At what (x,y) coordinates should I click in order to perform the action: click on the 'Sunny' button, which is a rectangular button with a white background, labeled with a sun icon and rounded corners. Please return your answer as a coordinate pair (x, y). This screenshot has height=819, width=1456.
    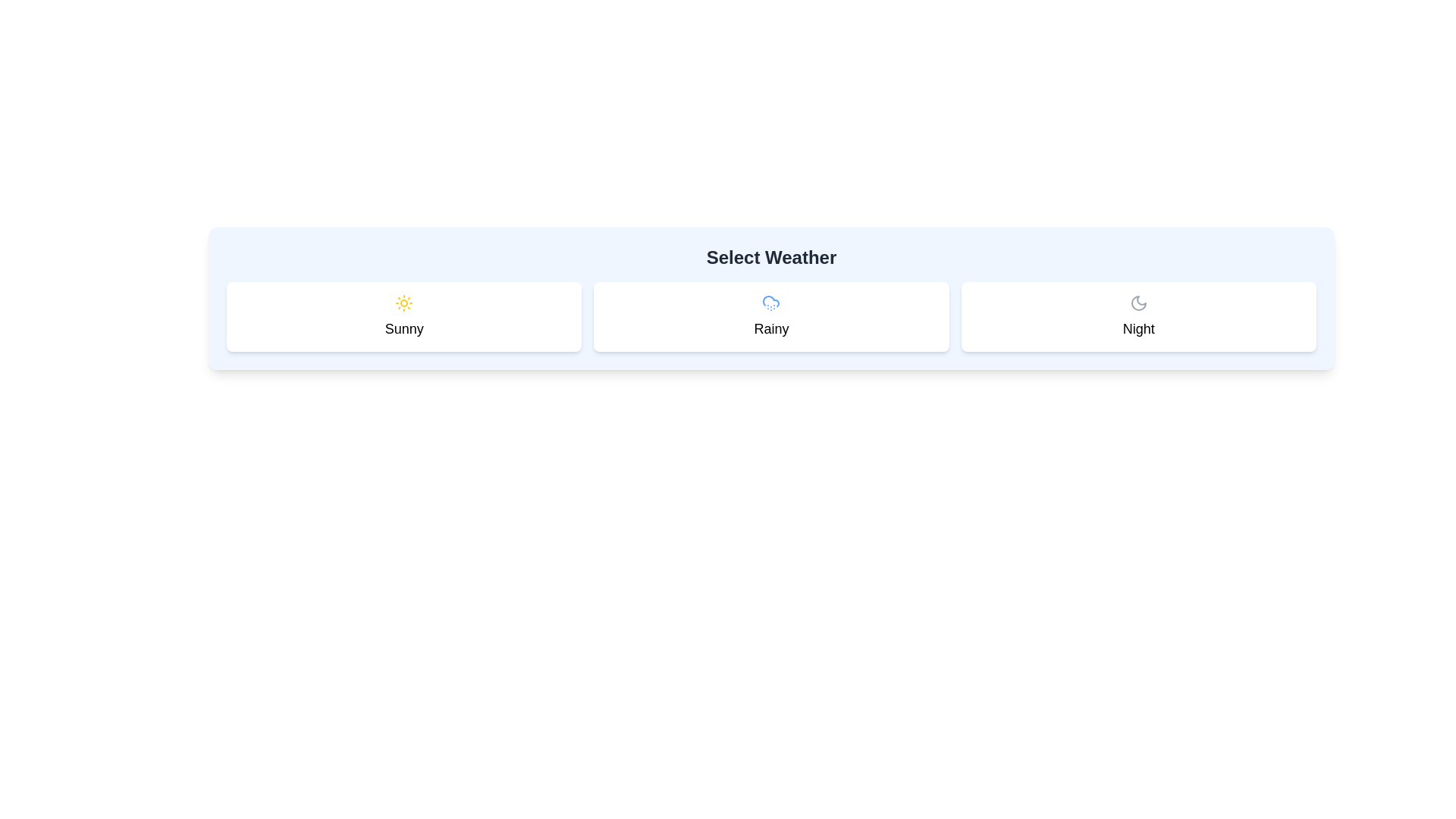
    Looking at the image, I should click on (404, 315).